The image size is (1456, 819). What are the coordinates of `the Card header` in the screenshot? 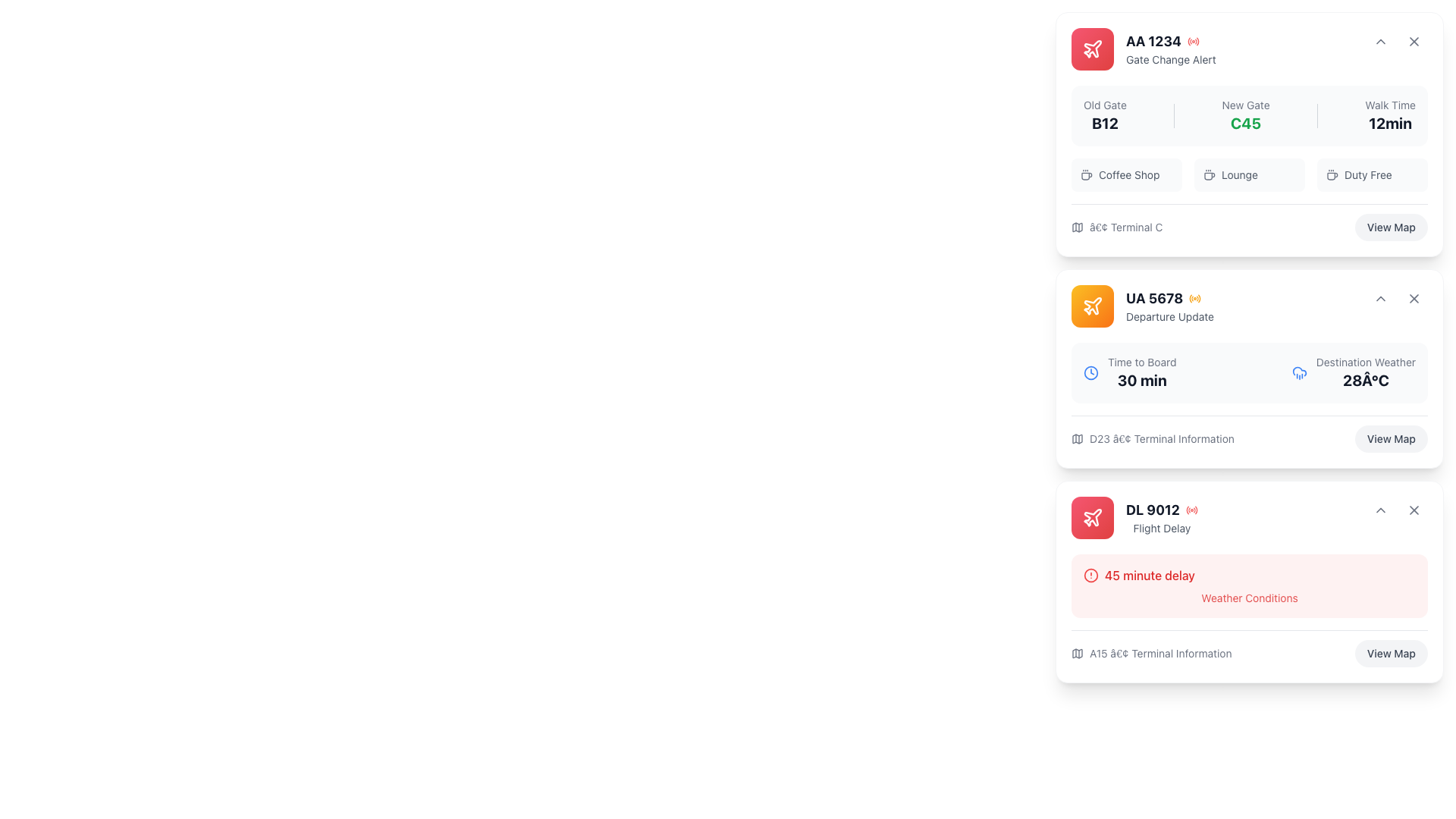 It's located at (1143, 306).